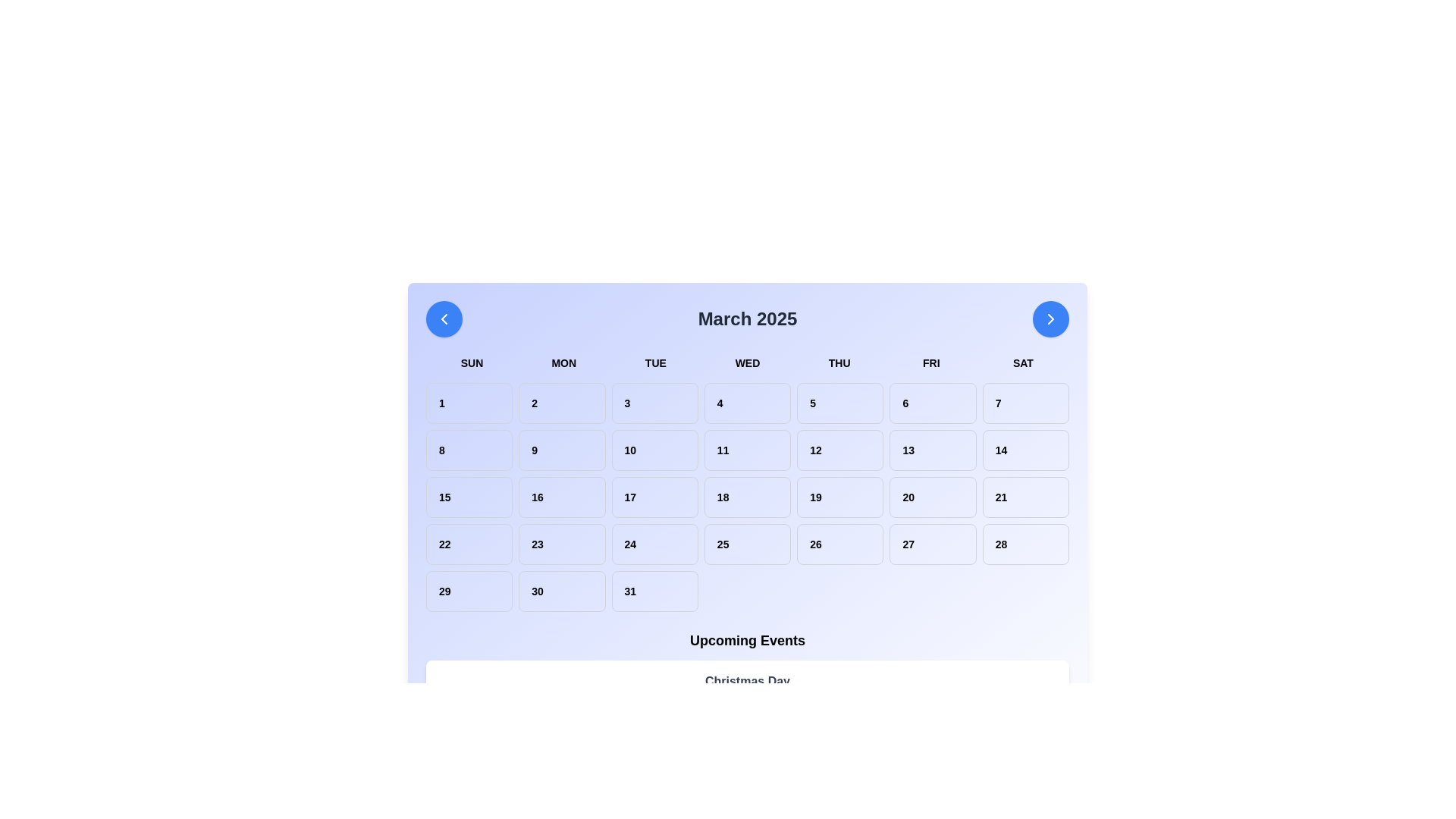  I want to click on the row header of the calendar that displays abbreviated day names ('Sun', 'Mon', 'Tue', 'Wed', 'Thu', 'Fri', 'Sat') positioned below the calendar title and above the date grid, so click(747, 362).